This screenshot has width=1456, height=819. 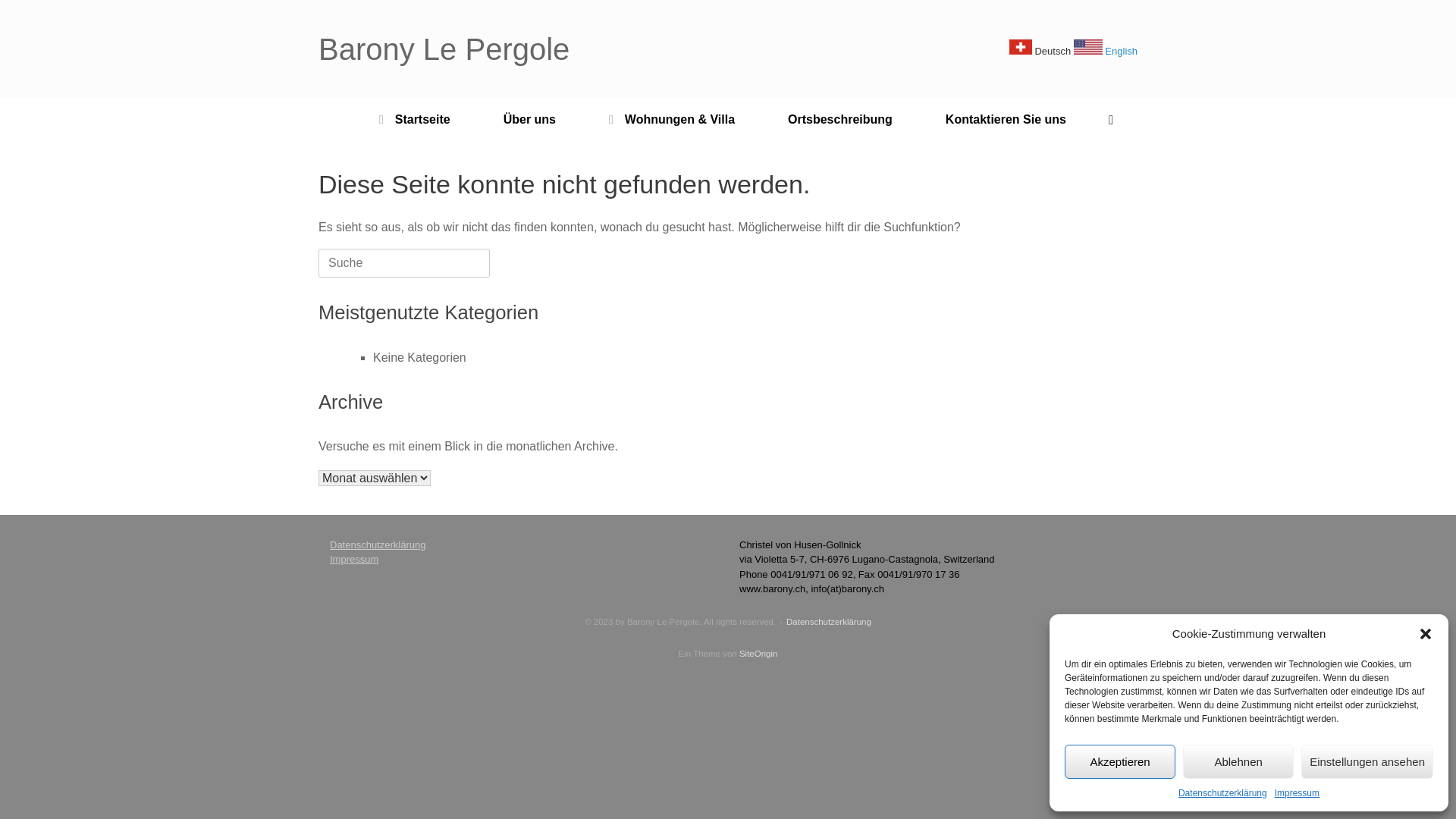 What do you see at coordinates (1073, 50) in the screenshot?
I see `' English'` at bounding box center [1073, 50].